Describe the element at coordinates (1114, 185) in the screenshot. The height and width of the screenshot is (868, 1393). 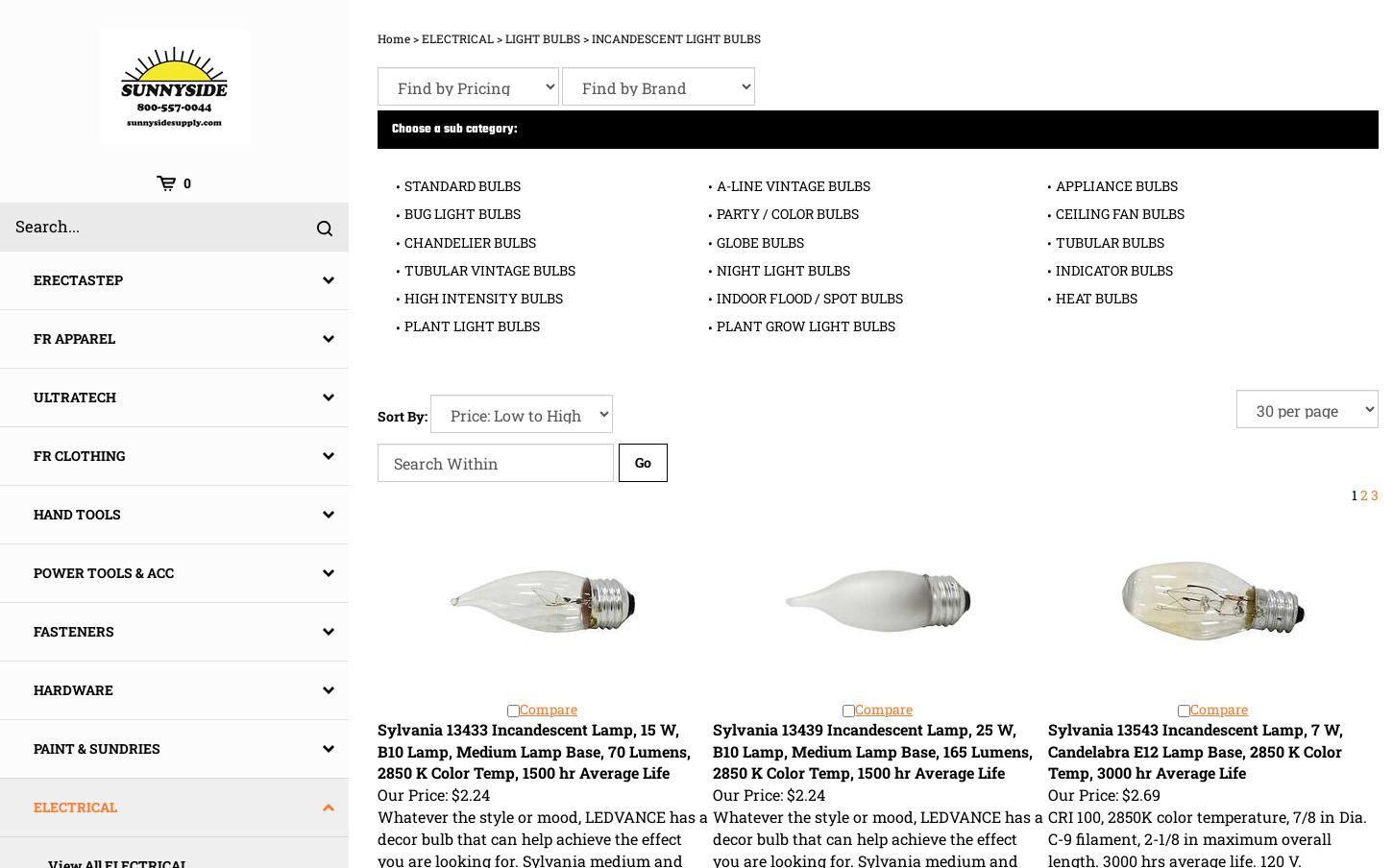
I see `'APPLIANCE BULBS'` at that location.